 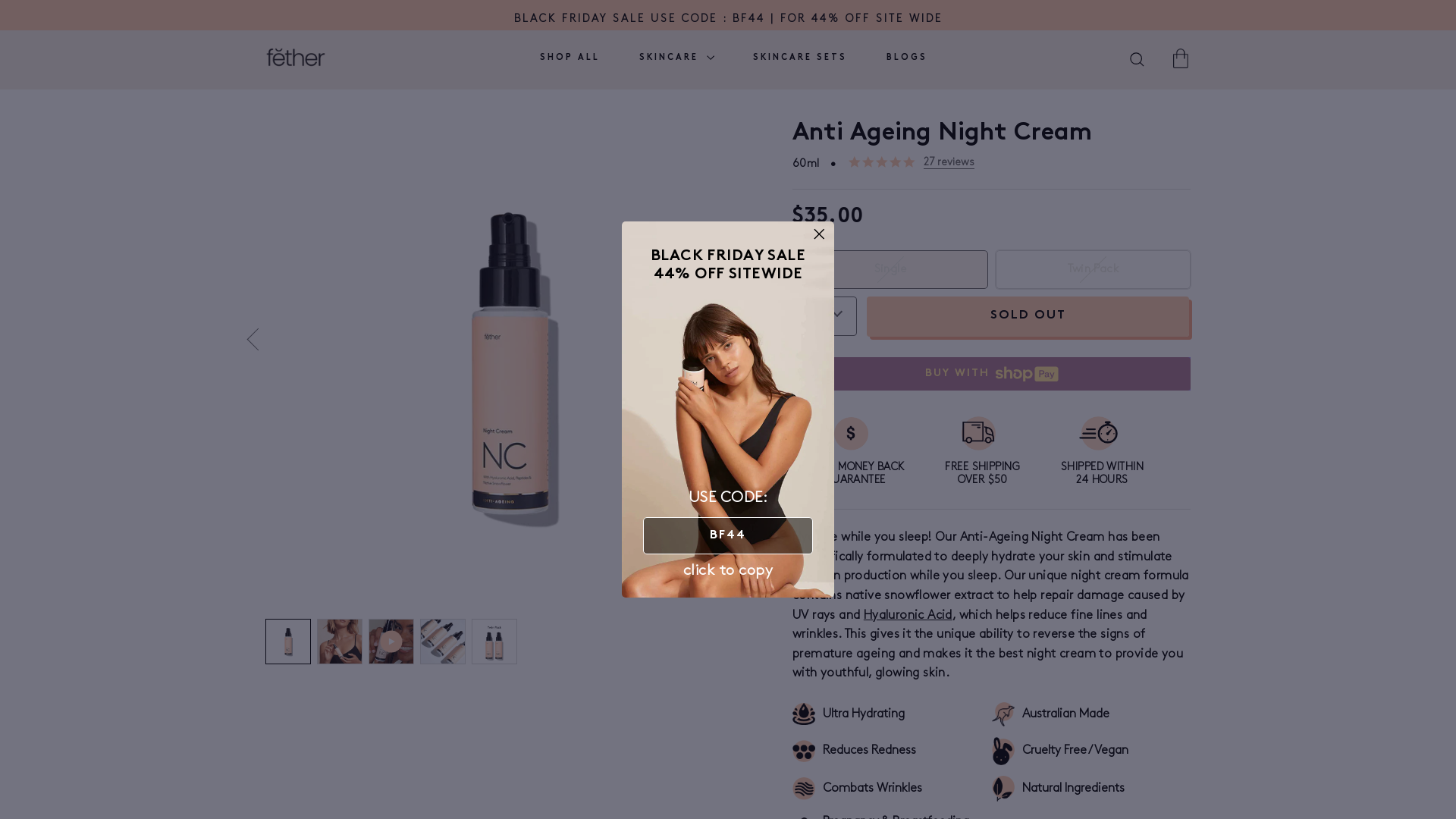 I want to click on 'Hyaluronic Acid', so click(x=908, y=615).